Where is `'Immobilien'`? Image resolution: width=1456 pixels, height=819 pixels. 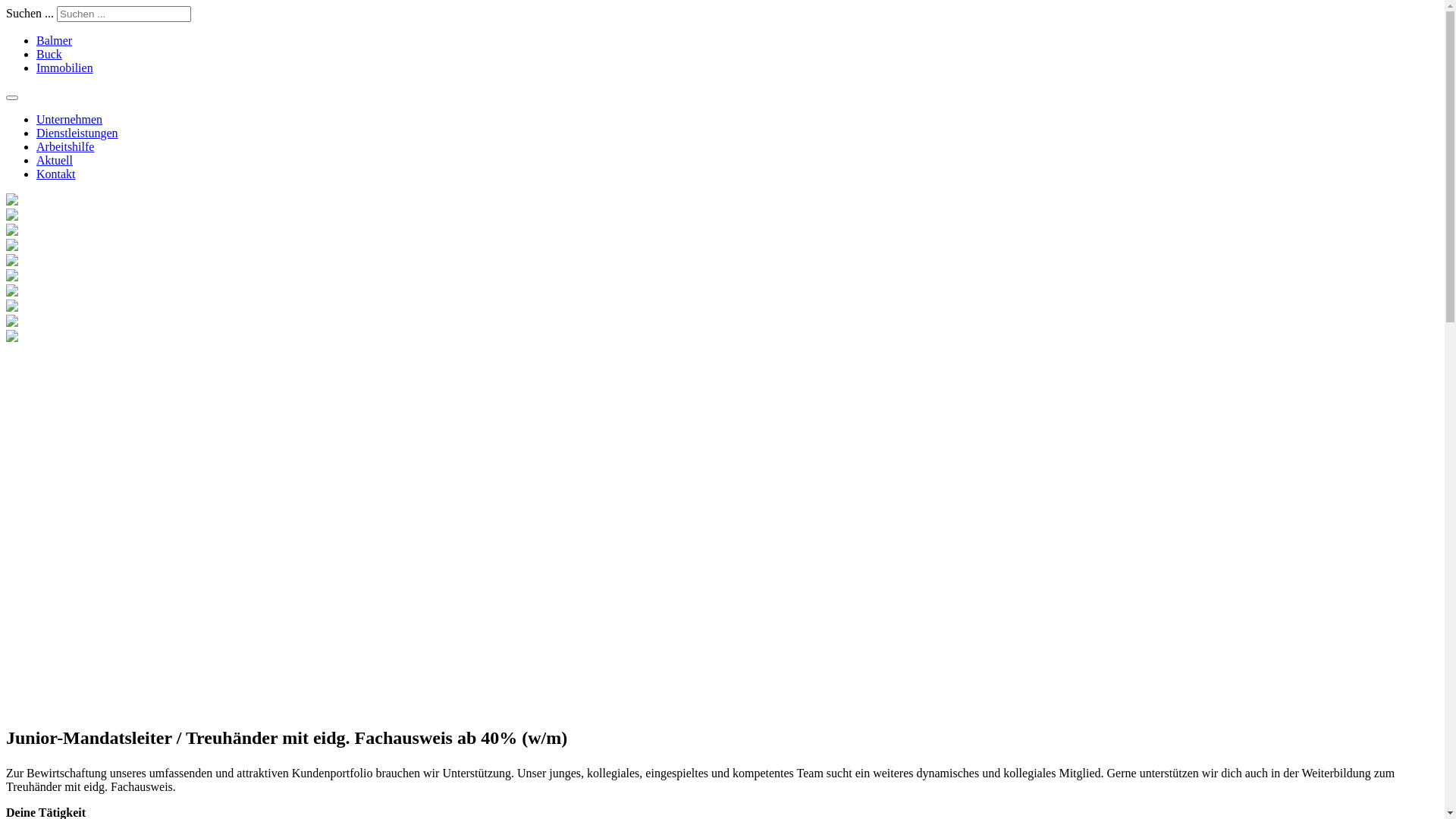
'Immobilien' is located at coordinates (64, 67).